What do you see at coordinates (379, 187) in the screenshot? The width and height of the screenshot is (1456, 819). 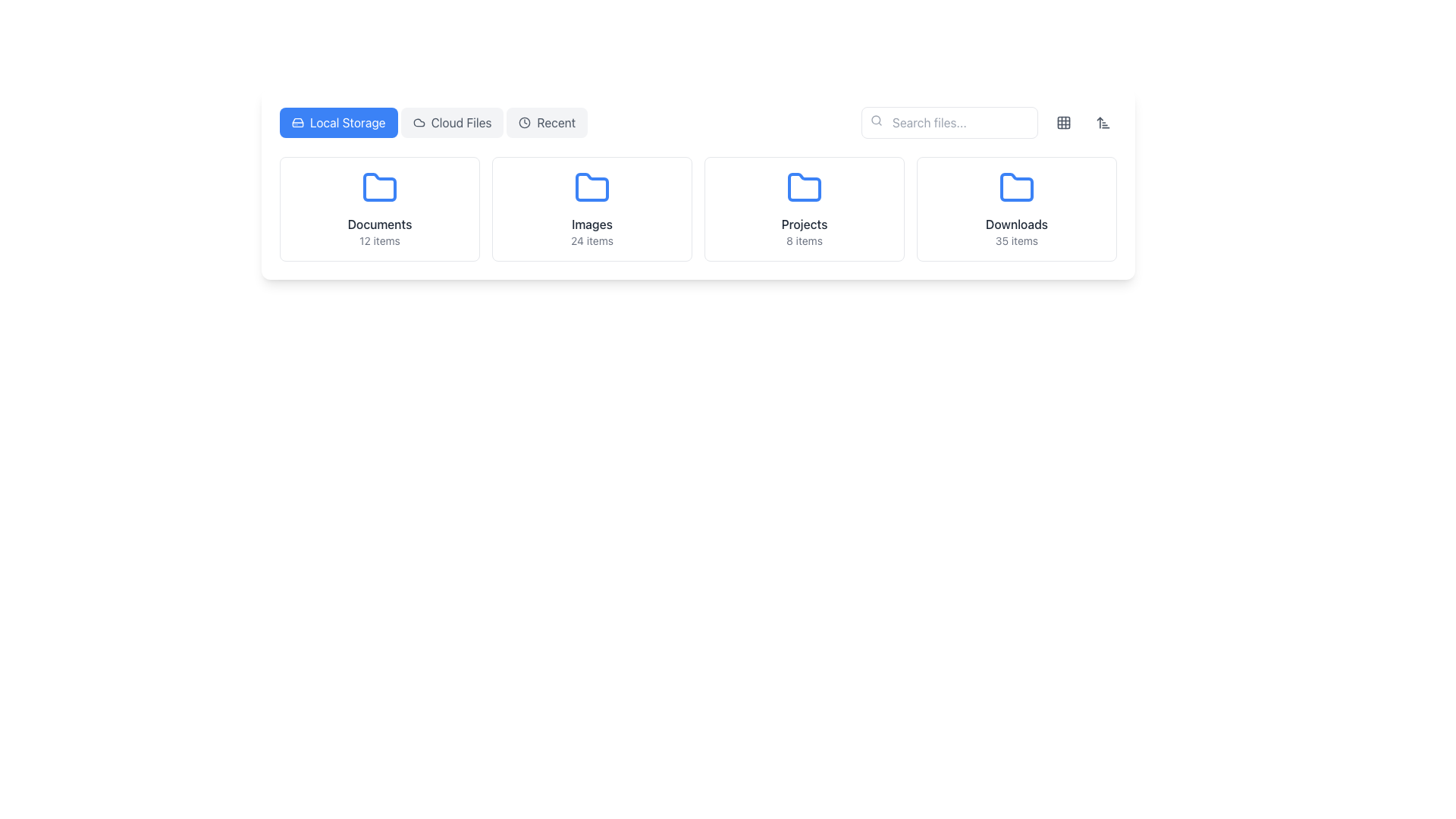 I see `the folder icon labeled 'Documents'` at bounding box center [379, 187].